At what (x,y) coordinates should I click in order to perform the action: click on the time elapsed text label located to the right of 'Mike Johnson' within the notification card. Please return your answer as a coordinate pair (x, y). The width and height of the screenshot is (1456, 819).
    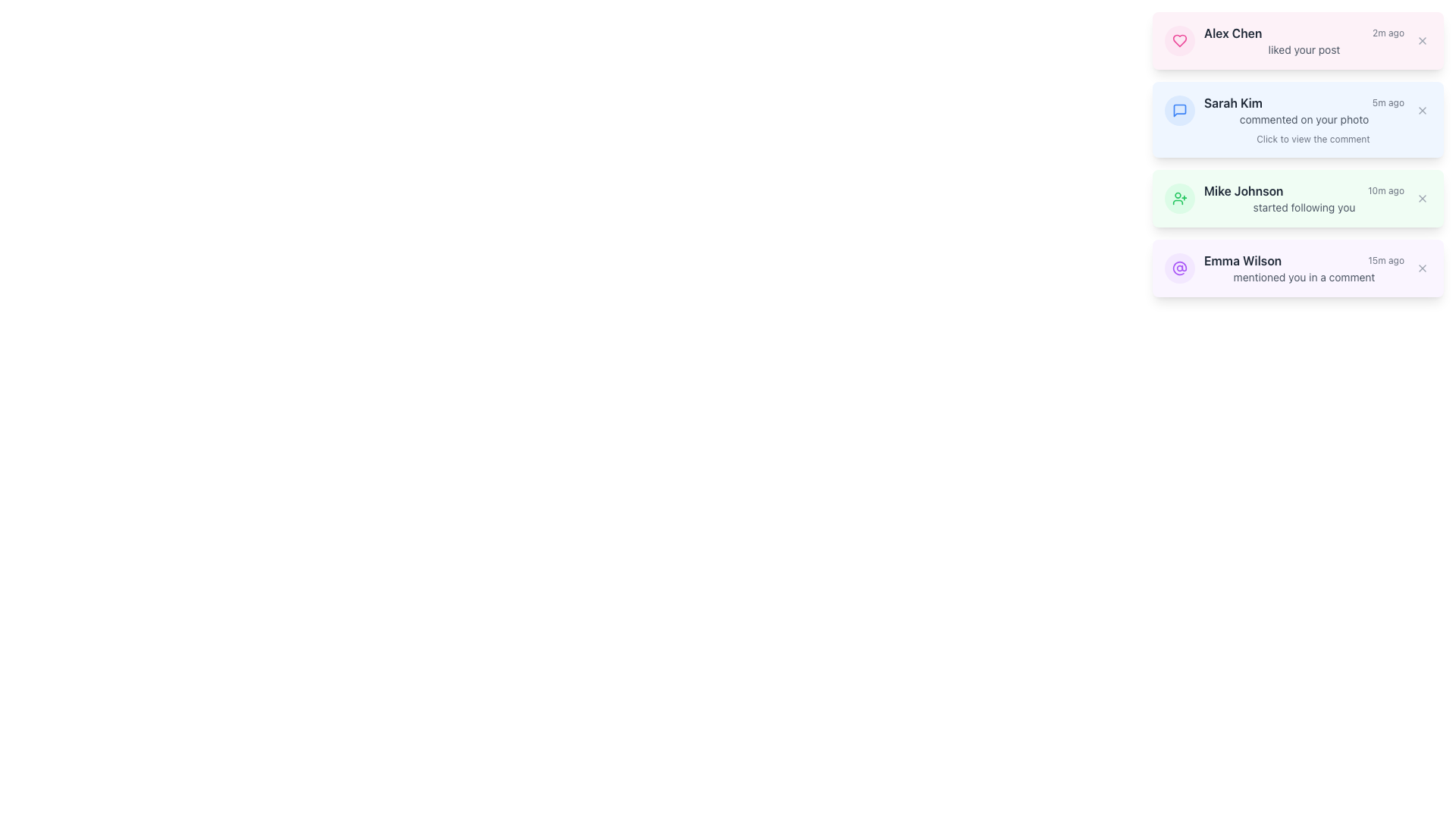
    Looking at the image, I should click on (1386, 190).